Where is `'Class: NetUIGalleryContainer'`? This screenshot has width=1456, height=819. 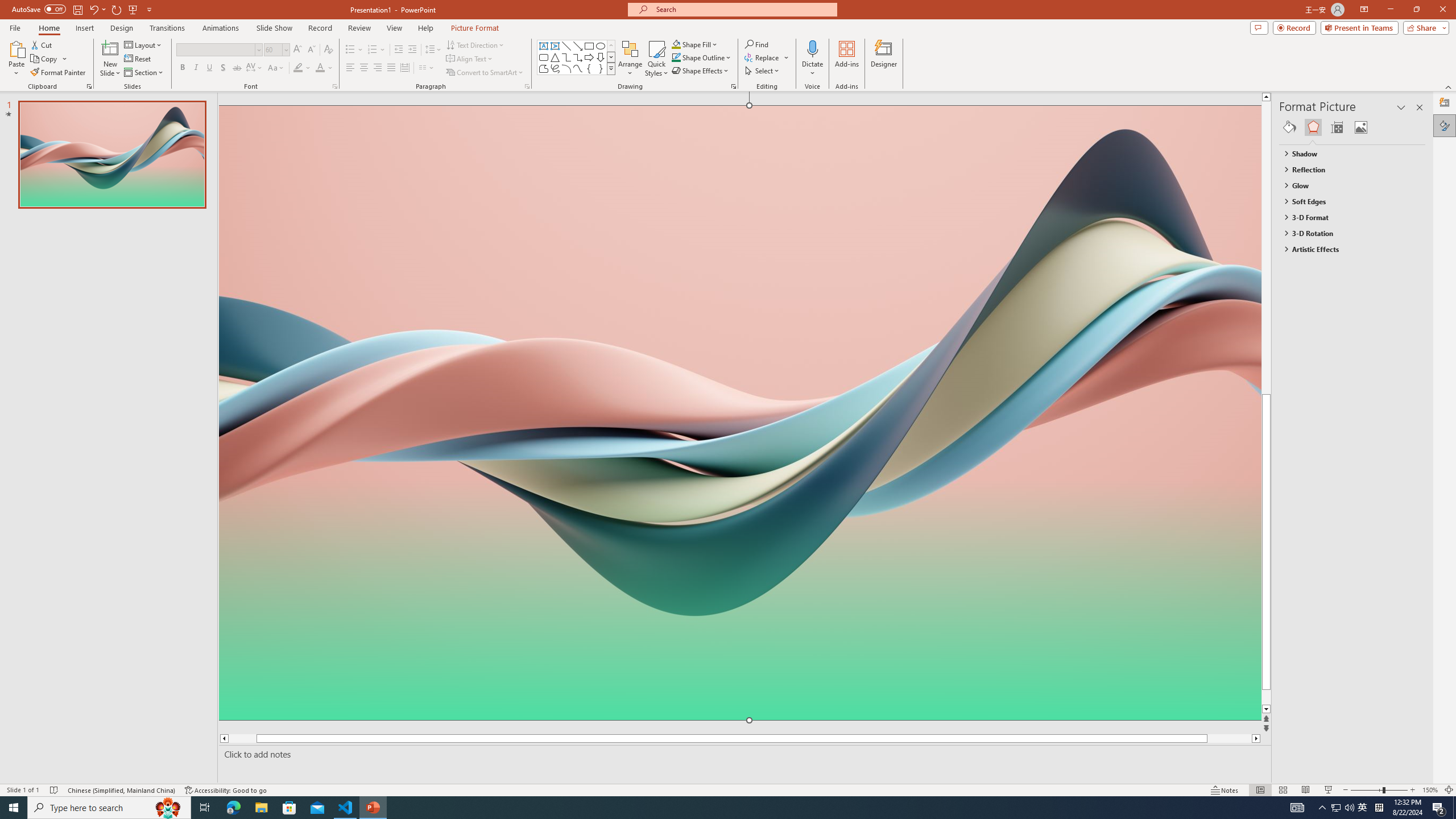
'Class: NetUIGalleryContainer' is located at coordinates (1352, 126).